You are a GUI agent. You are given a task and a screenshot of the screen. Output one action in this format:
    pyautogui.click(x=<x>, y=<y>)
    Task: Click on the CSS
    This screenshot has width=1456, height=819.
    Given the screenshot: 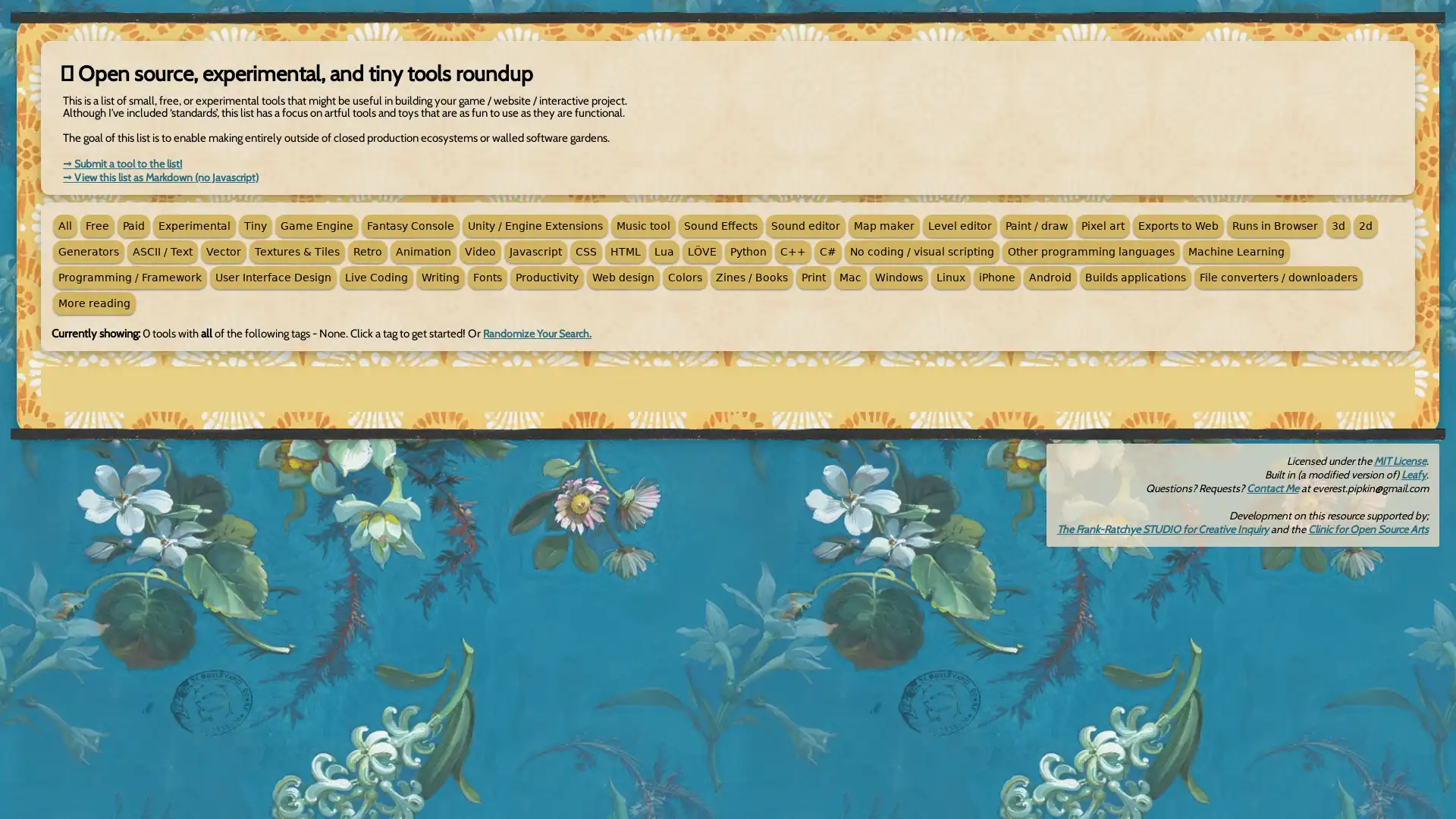 What is the action you would take?
    pyautogui.click(x=585, y=250)
    